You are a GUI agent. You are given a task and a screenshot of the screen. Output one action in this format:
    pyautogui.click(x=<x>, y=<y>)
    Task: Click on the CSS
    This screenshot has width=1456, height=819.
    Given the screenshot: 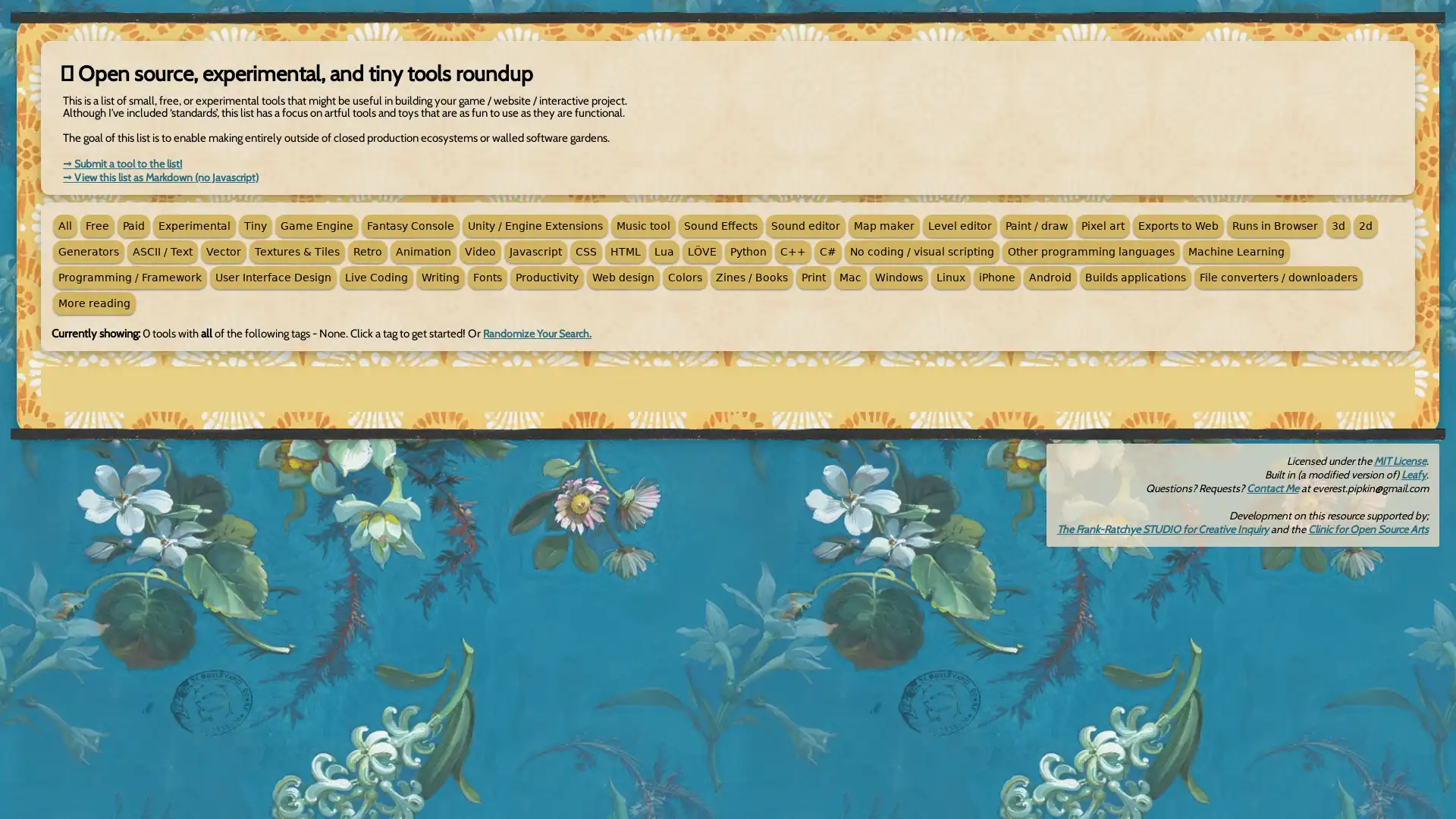 What is the action you would take?
    pyautogui.click(x=585, y=250)
    